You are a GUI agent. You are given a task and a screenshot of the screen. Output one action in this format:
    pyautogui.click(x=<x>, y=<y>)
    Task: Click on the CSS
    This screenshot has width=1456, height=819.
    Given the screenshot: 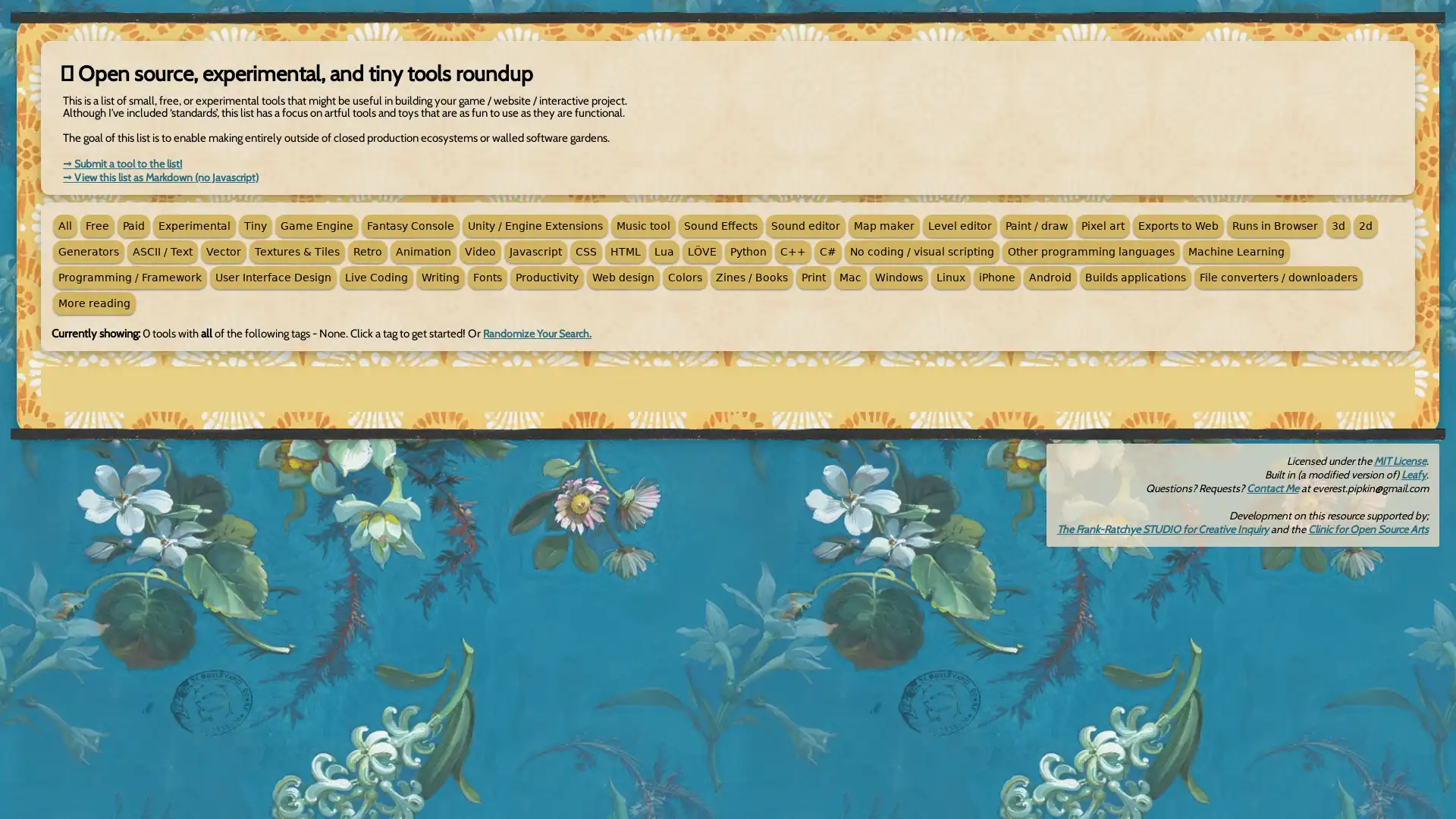 What is the action you would take?
    pyautogui.click(x=585, y=250)
    